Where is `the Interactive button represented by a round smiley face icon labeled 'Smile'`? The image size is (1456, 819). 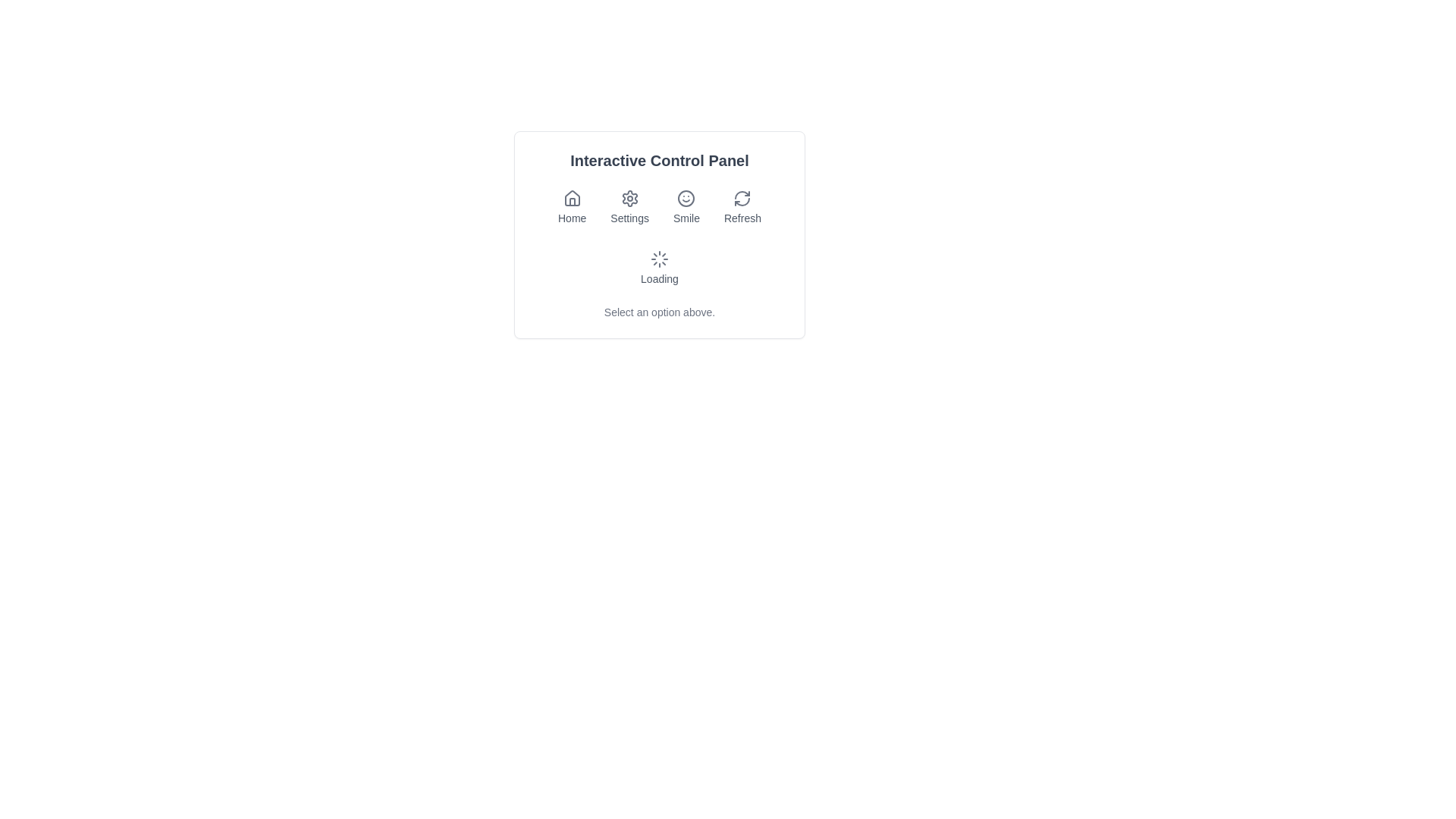 the Interactive button represented by a round smiley face icon labeled 'Smile' is located at coordinates (686, 207).